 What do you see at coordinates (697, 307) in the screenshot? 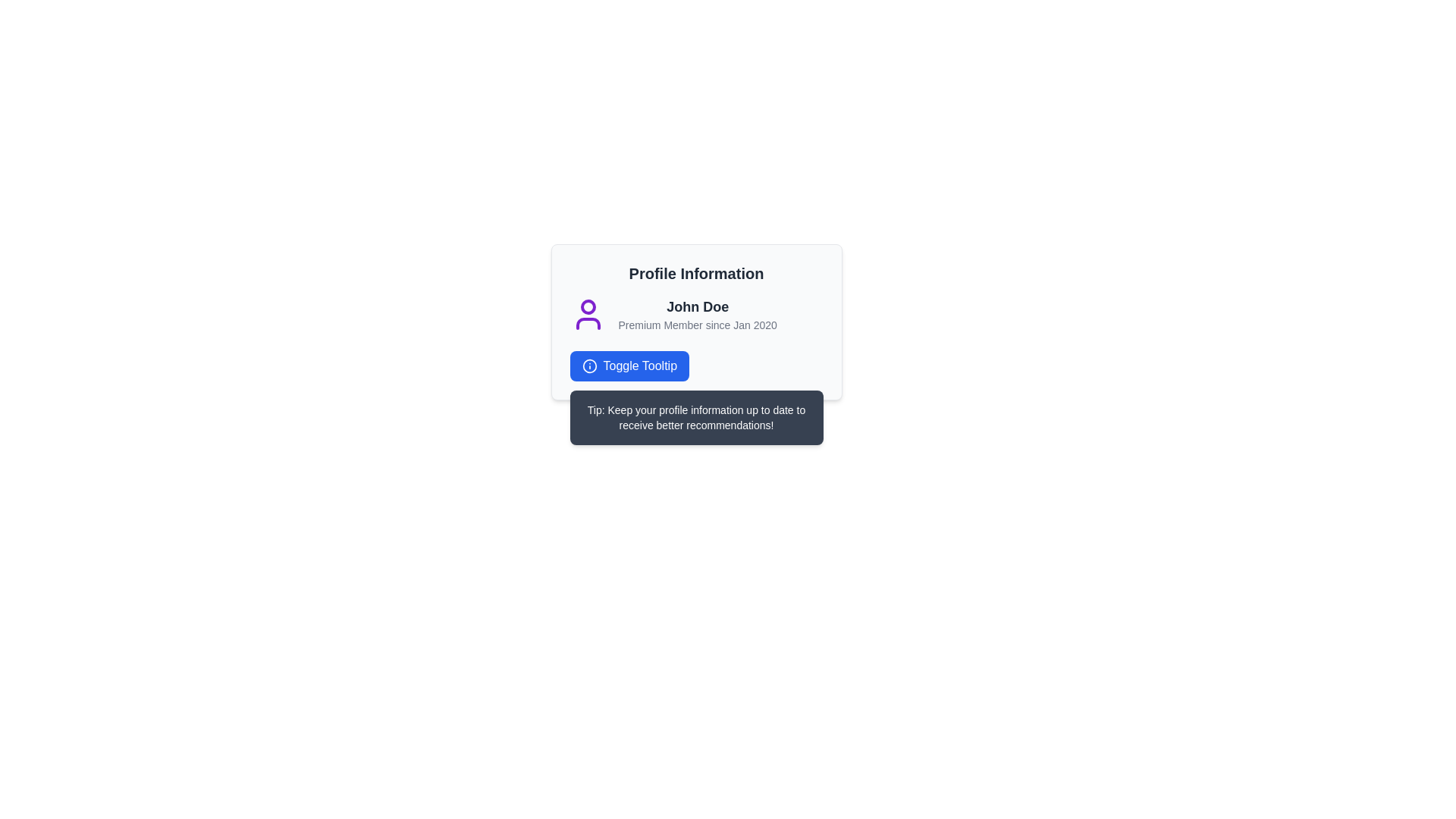
I see `the text label displaying the name 'John Doe', which is centrally located below the title 'Profile Information' in the profile card interface` at bounding box center [697, 307].